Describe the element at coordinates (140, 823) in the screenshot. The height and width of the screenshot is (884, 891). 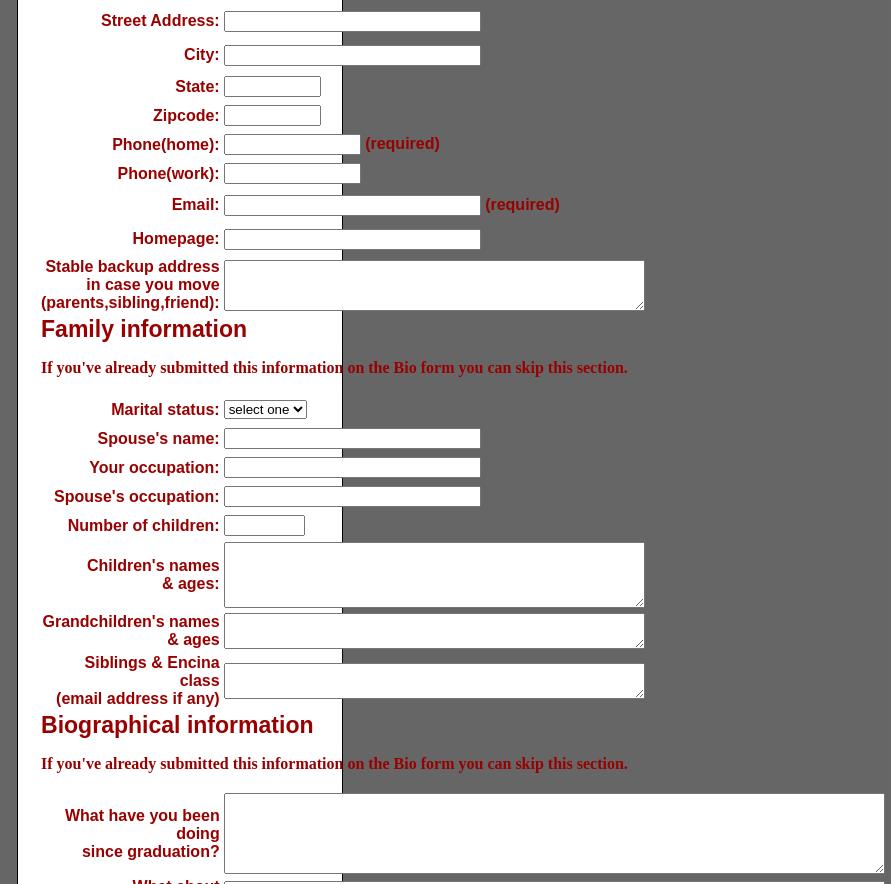
I see `'What have you been doing'` at that location.